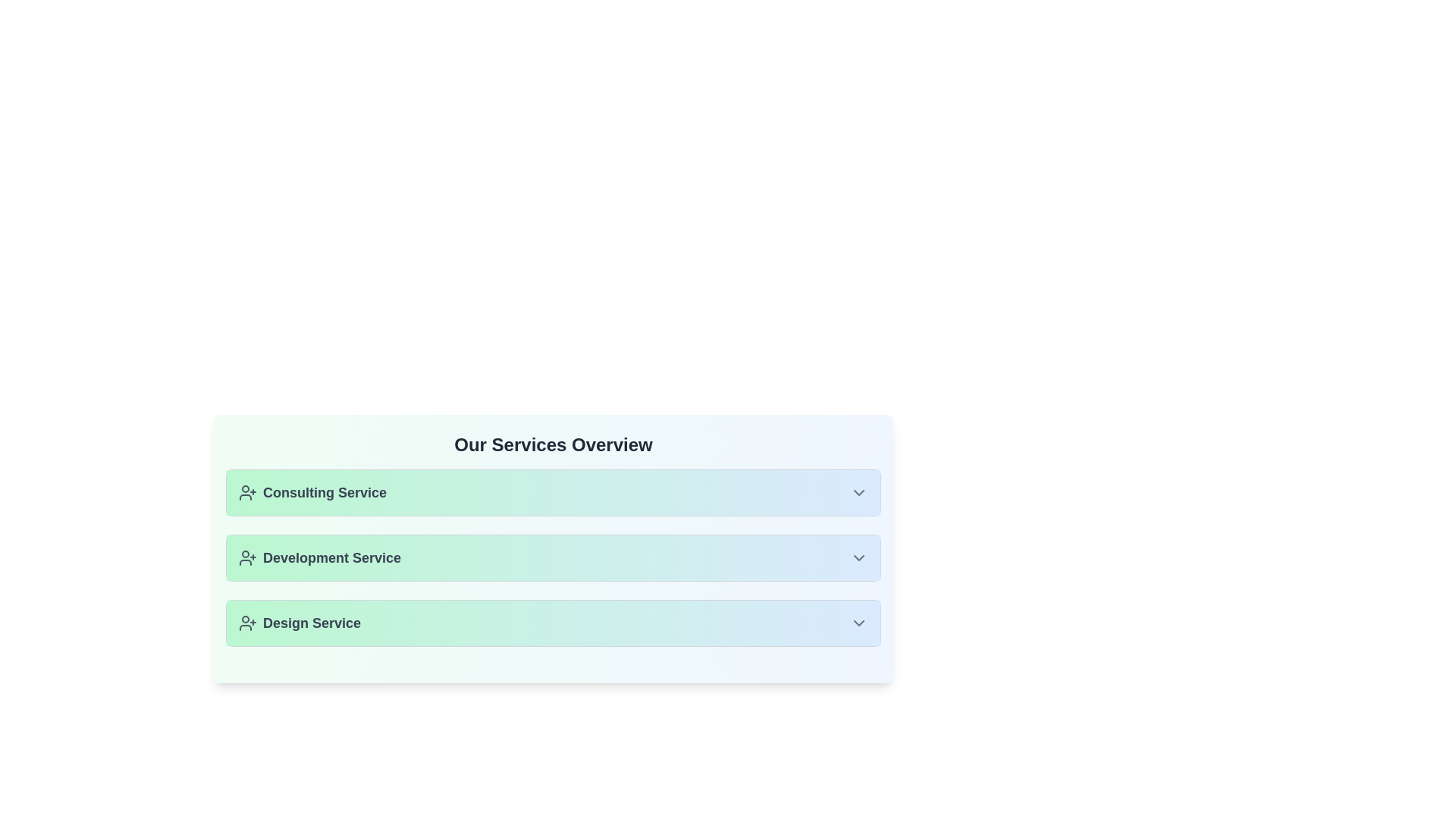 Image resolution: width=1456 pixels, height=819 pixels. Describe the element at coordinates (247, 493) in the screenshot. I see `the user figure icon with a plus symbol, which is gray and located to the left of 'Consulting Service' in the 'Our Services Overview' list` at that location.